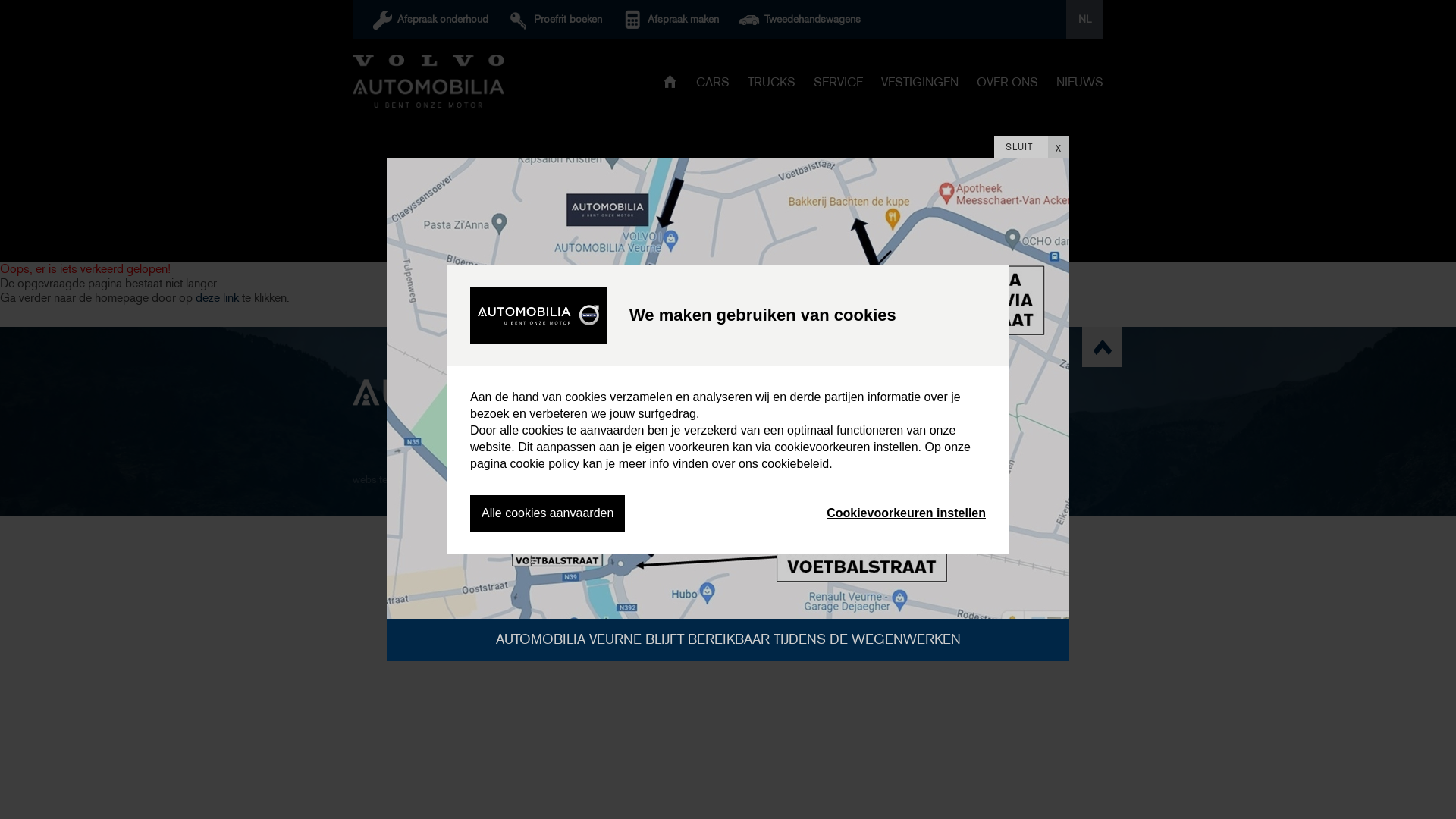 Image resolution: width=1456 pixels, height=819 pixels. Describe the element at coordinates (806, 20) in the screenshot. I see `'Tweedehandswagens'` at that location.